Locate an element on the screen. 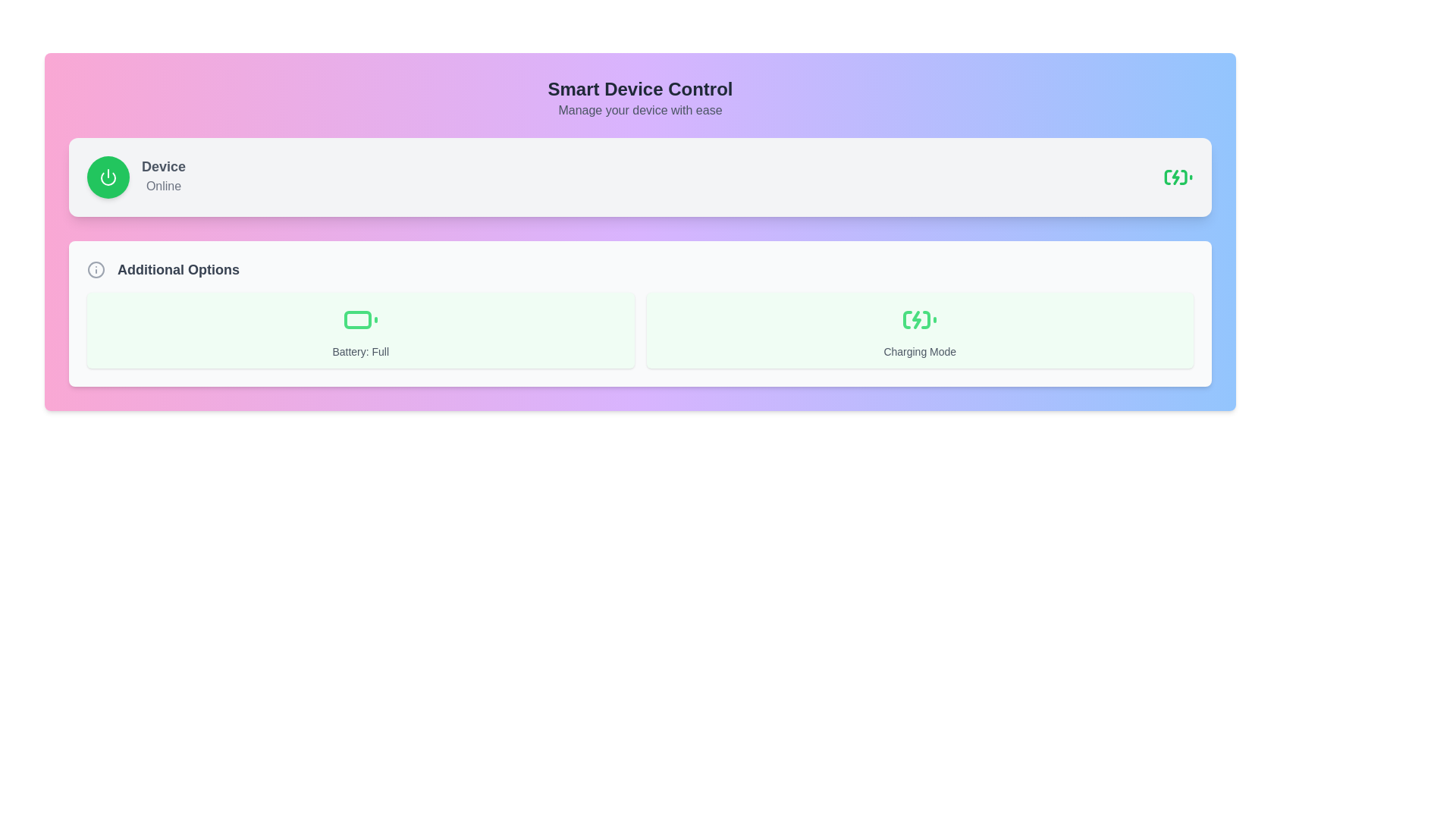 The height and width of the screenshot is (819, 1456). the 'Charging Mode' icon located in the right section of the interface, above the text 'Charging Mode' for an interactive response is located at coordinates (919, 318).